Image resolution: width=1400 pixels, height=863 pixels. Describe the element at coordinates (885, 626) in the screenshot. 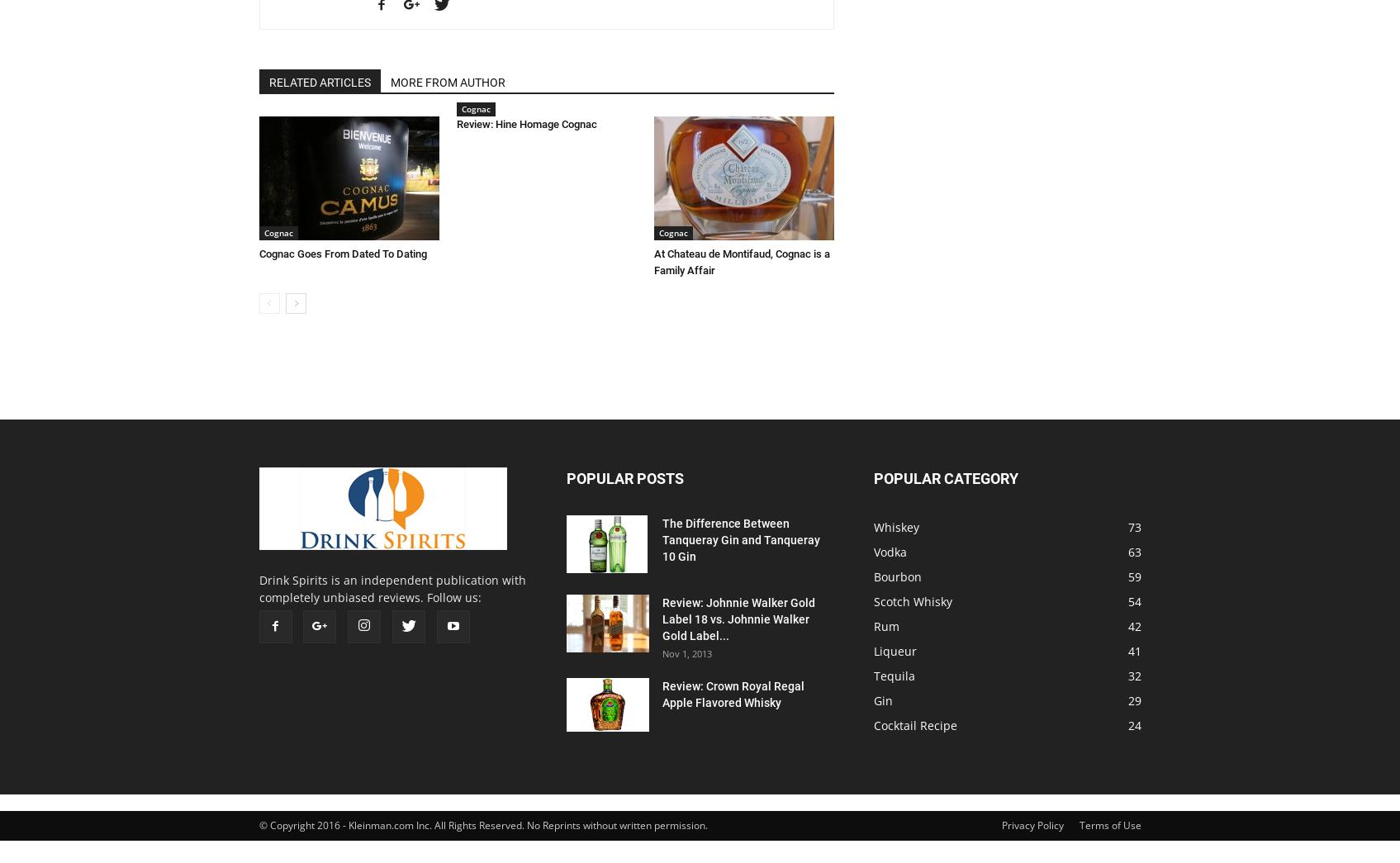

I see `'Rum'` at that location.